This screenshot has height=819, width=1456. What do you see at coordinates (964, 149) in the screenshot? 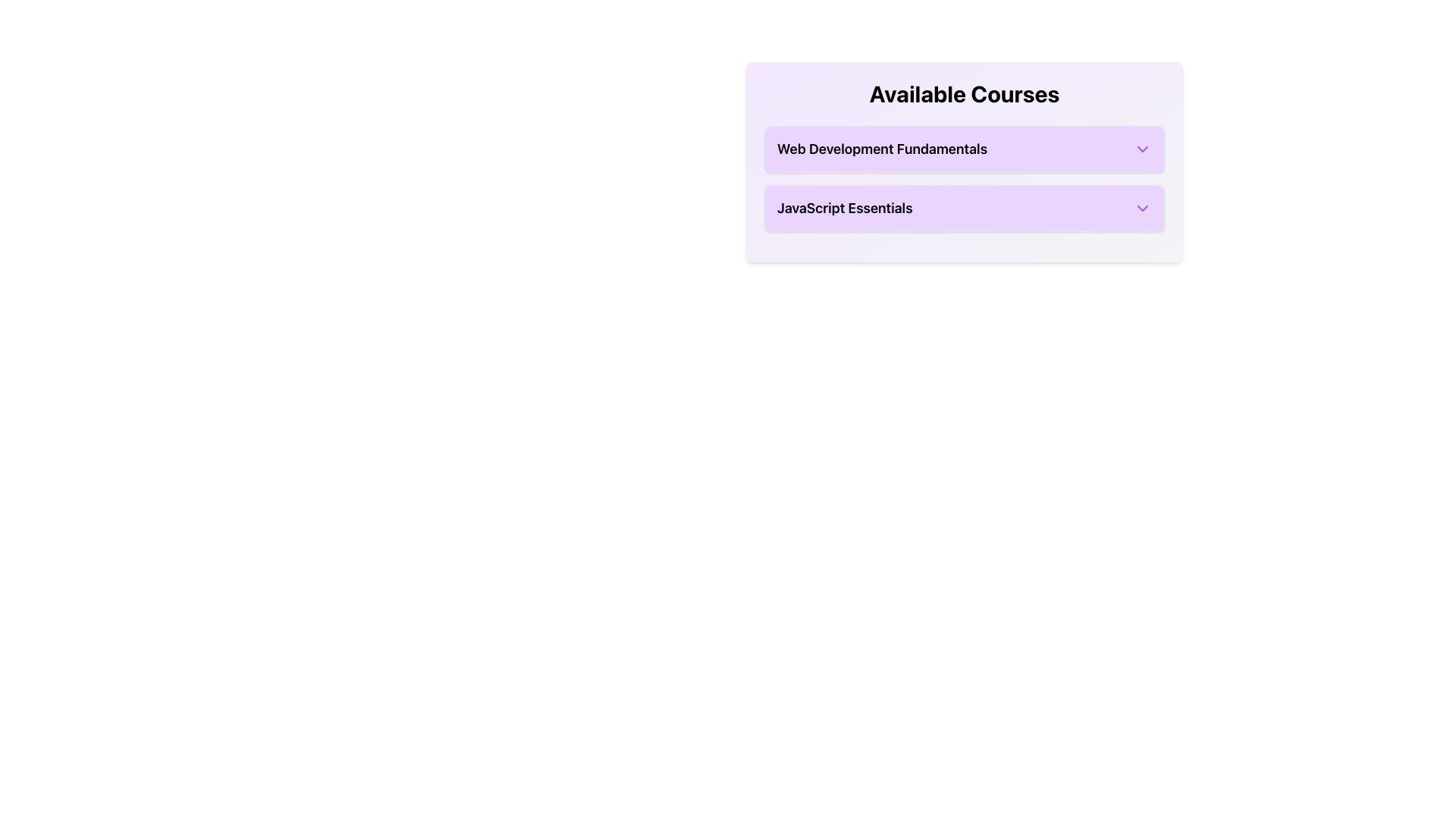
I see `the collapsible list item header labeled 'Web Development Fundamentals' located in the 'Available Courses' section` at bounding box center [964, 149].